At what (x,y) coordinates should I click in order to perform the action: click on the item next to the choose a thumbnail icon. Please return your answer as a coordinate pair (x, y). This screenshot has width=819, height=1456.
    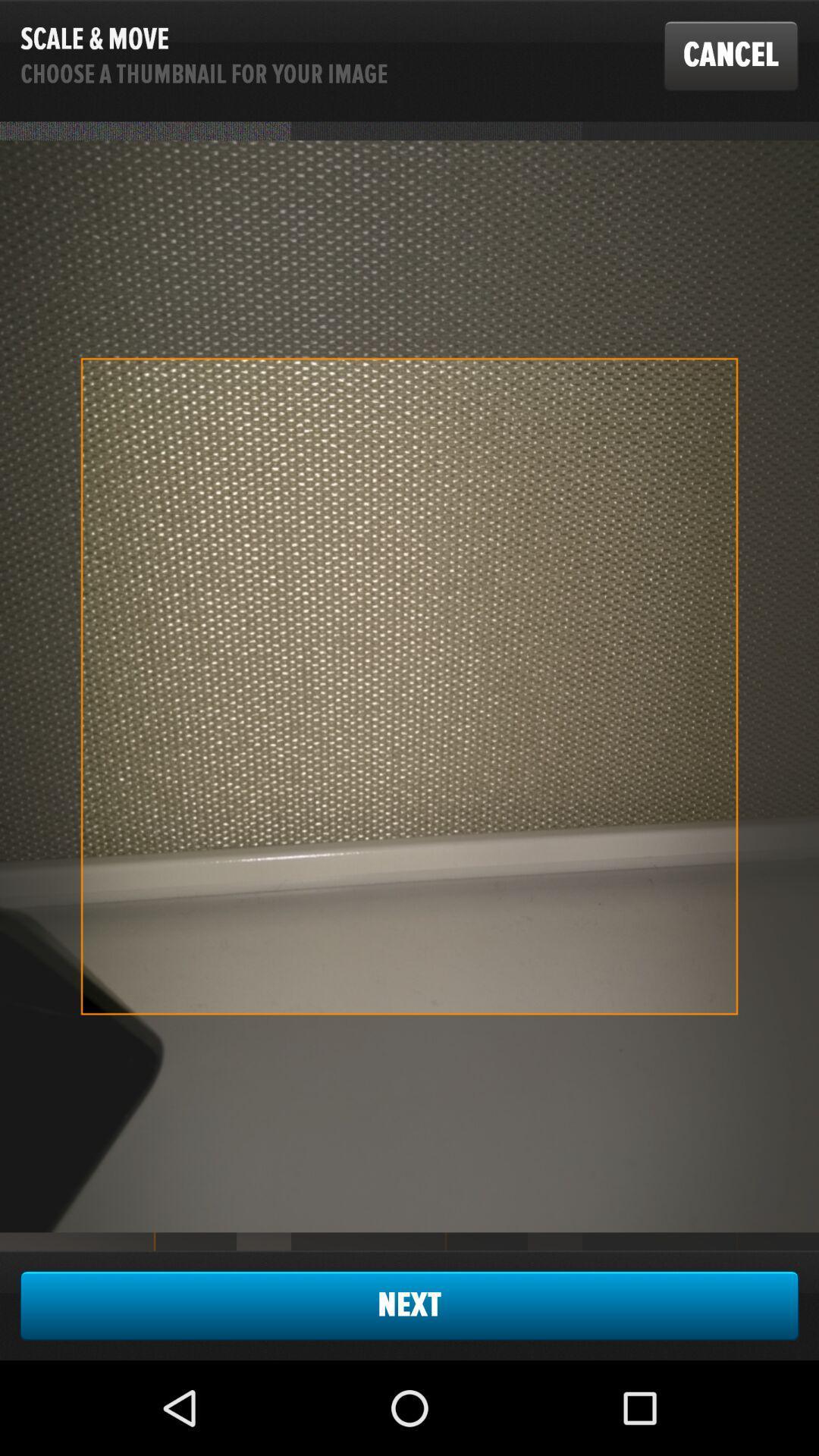
    Looking at the image, I should click on (730, 55).